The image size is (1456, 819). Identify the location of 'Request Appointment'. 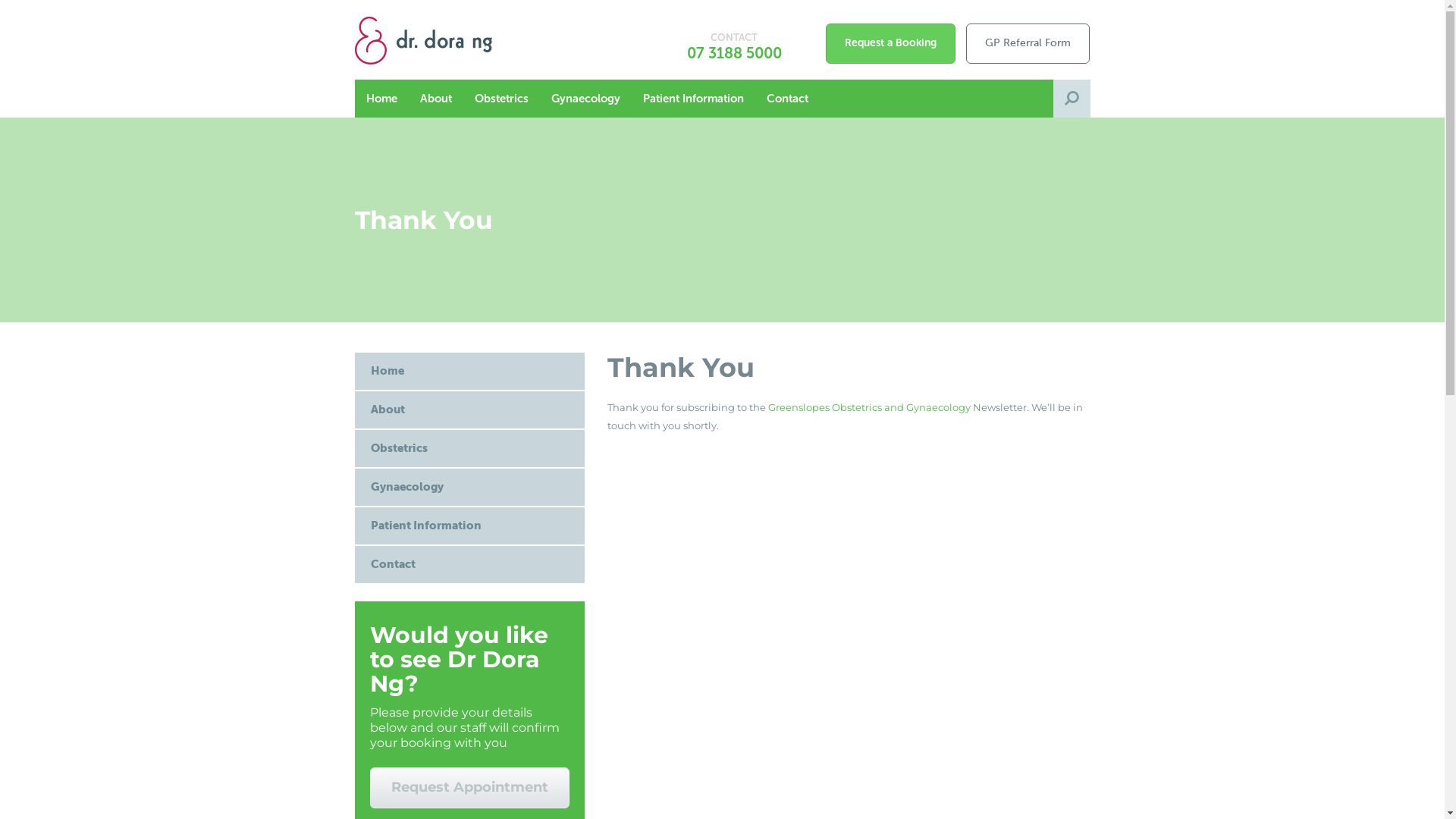
(469, 786).